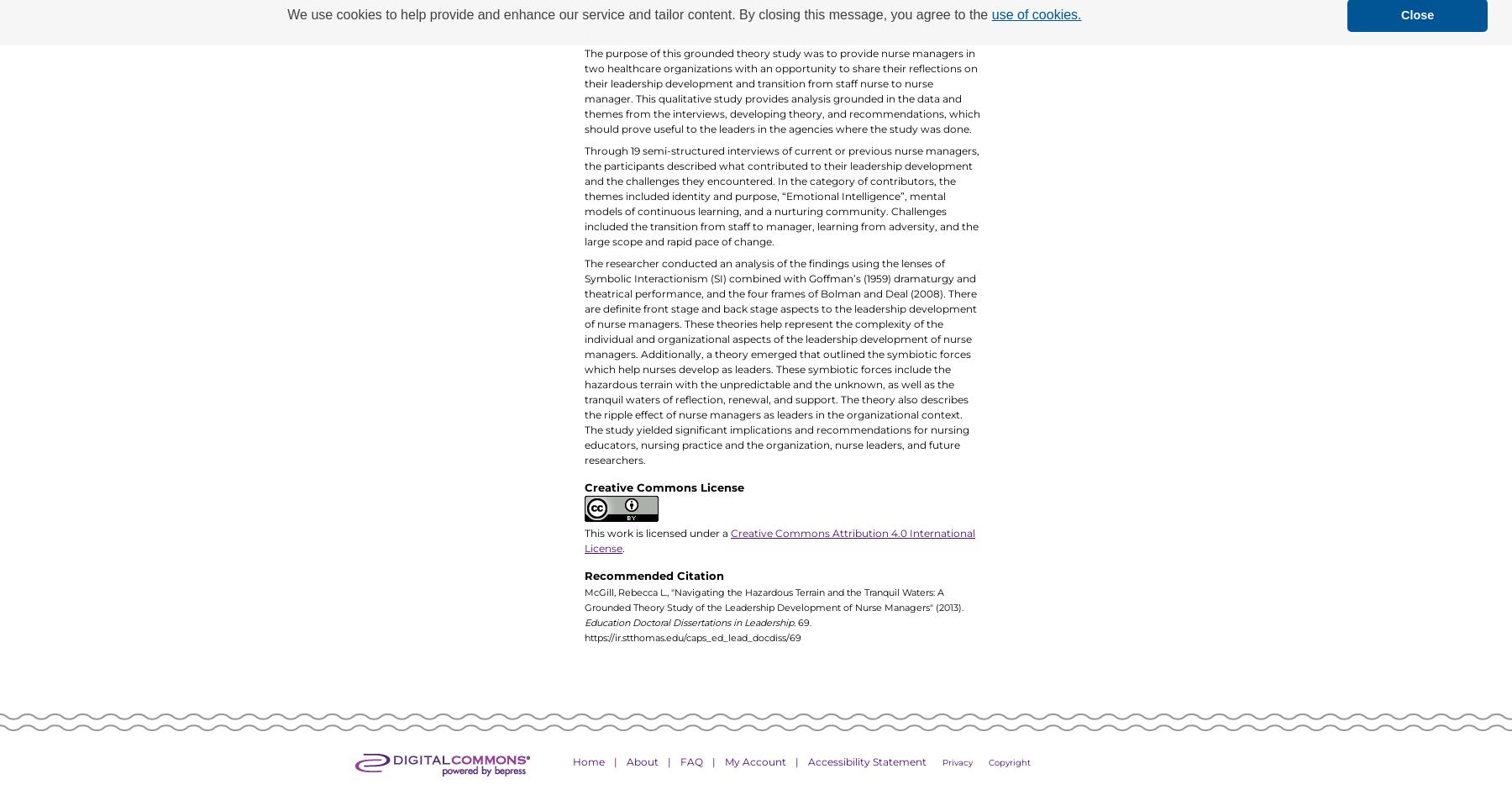 The image size is (1512, 795). What do you see at coordinates (1400, 14) in the screenshot?
I see `'Close'` at bounding box center [1400, 14].